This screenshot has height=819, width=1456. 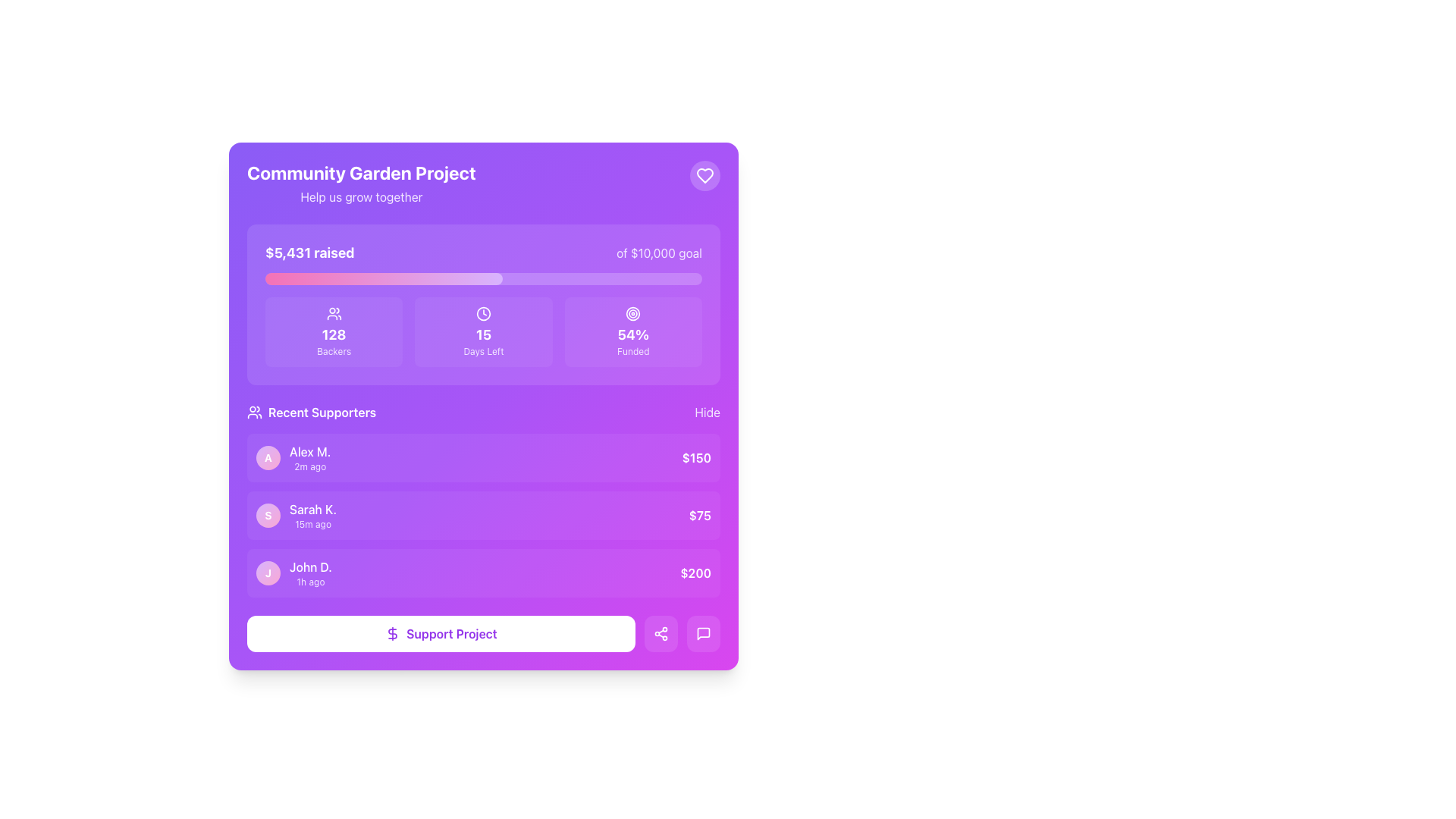 I want to click on the subtext element providing a motivational message related to the 'Community Garden Project', located directly below the main title within the top section of the interface, so click(x=360, y=196).